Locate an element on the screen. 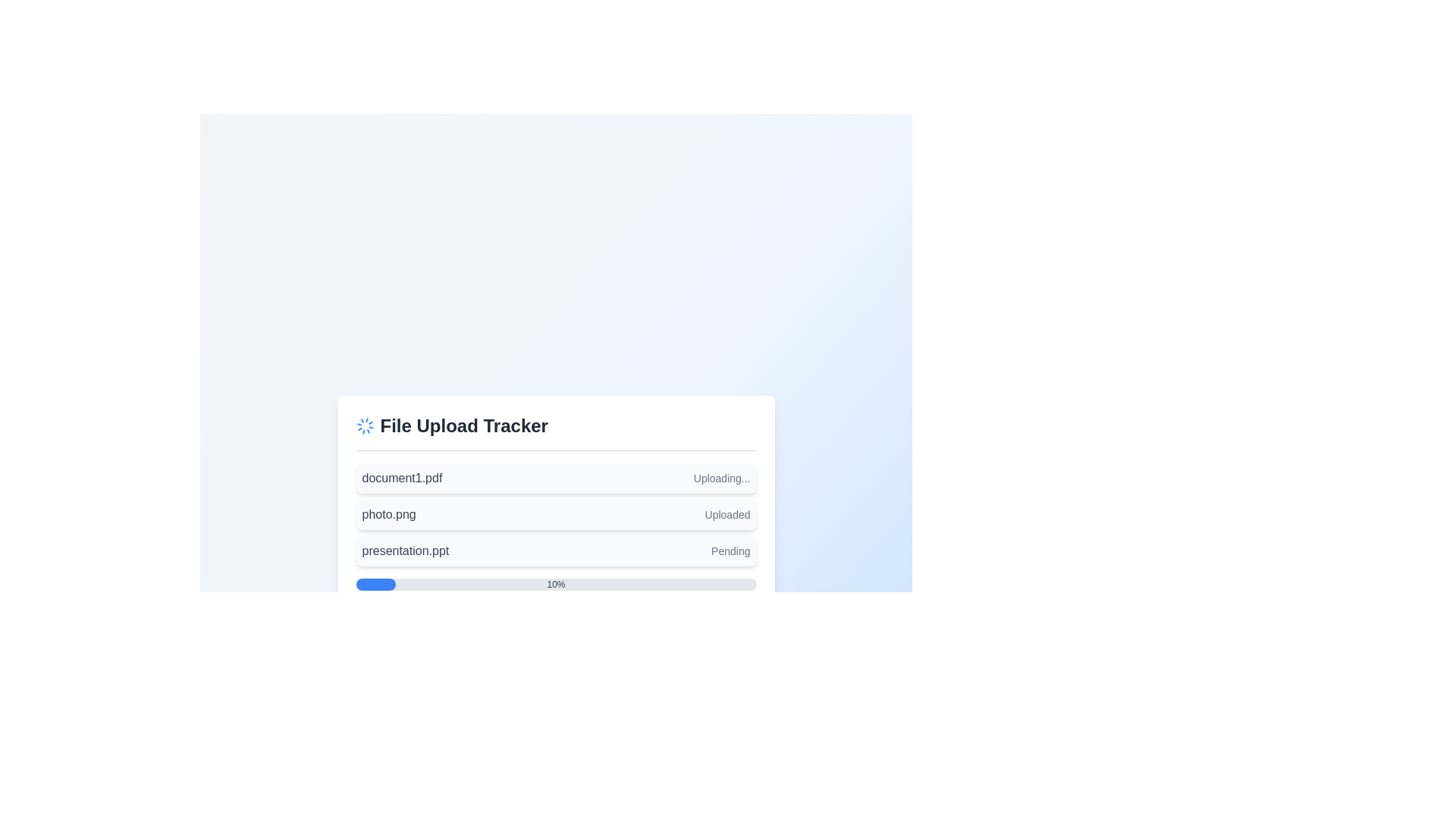  the small gray text label indicating the status 'Uploaded' next to the file name 'photo.png' is located at coordinates (726, 513).